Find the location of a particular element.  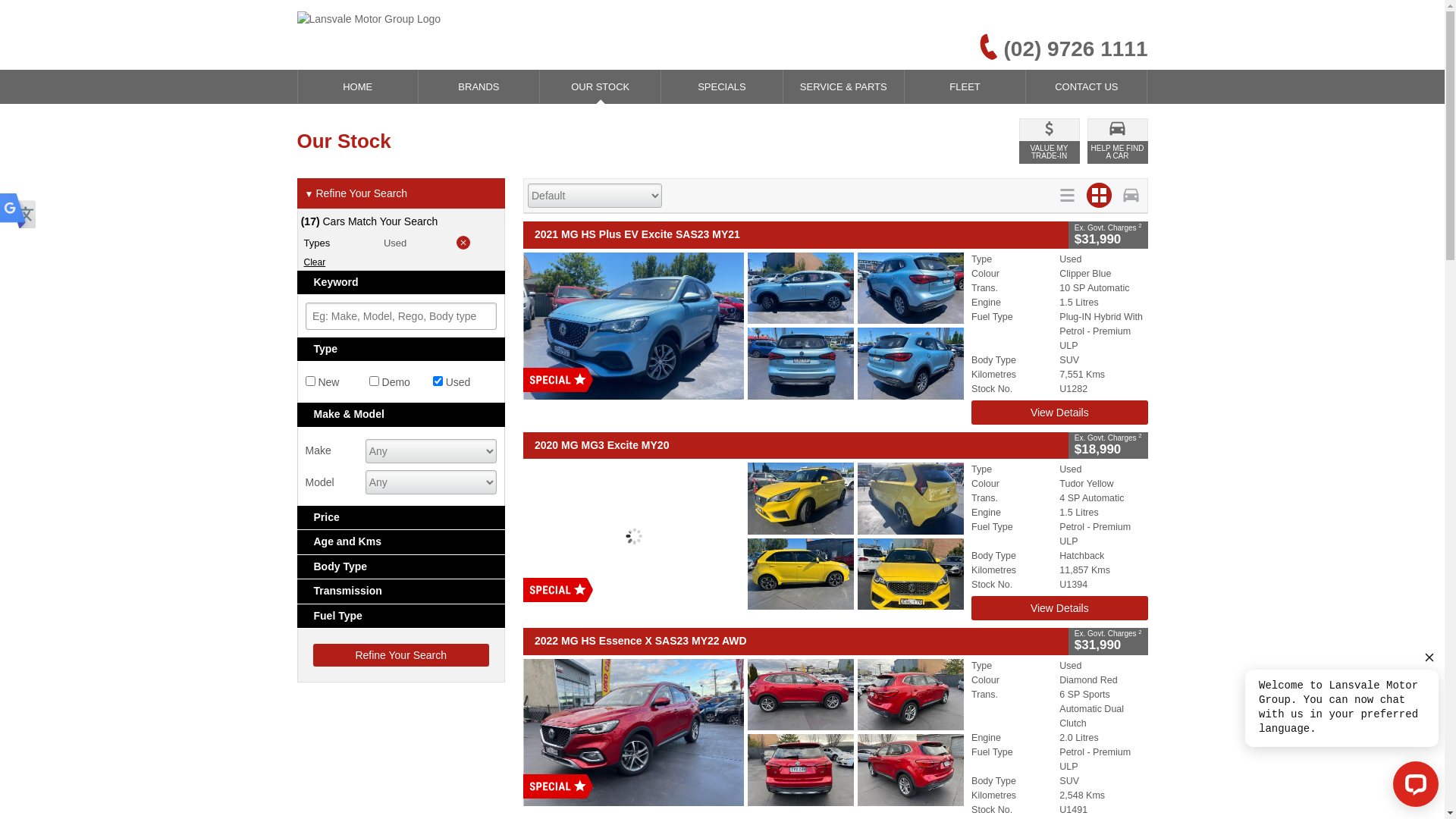

'SPECIALS' is located at coordinates (720, 86).